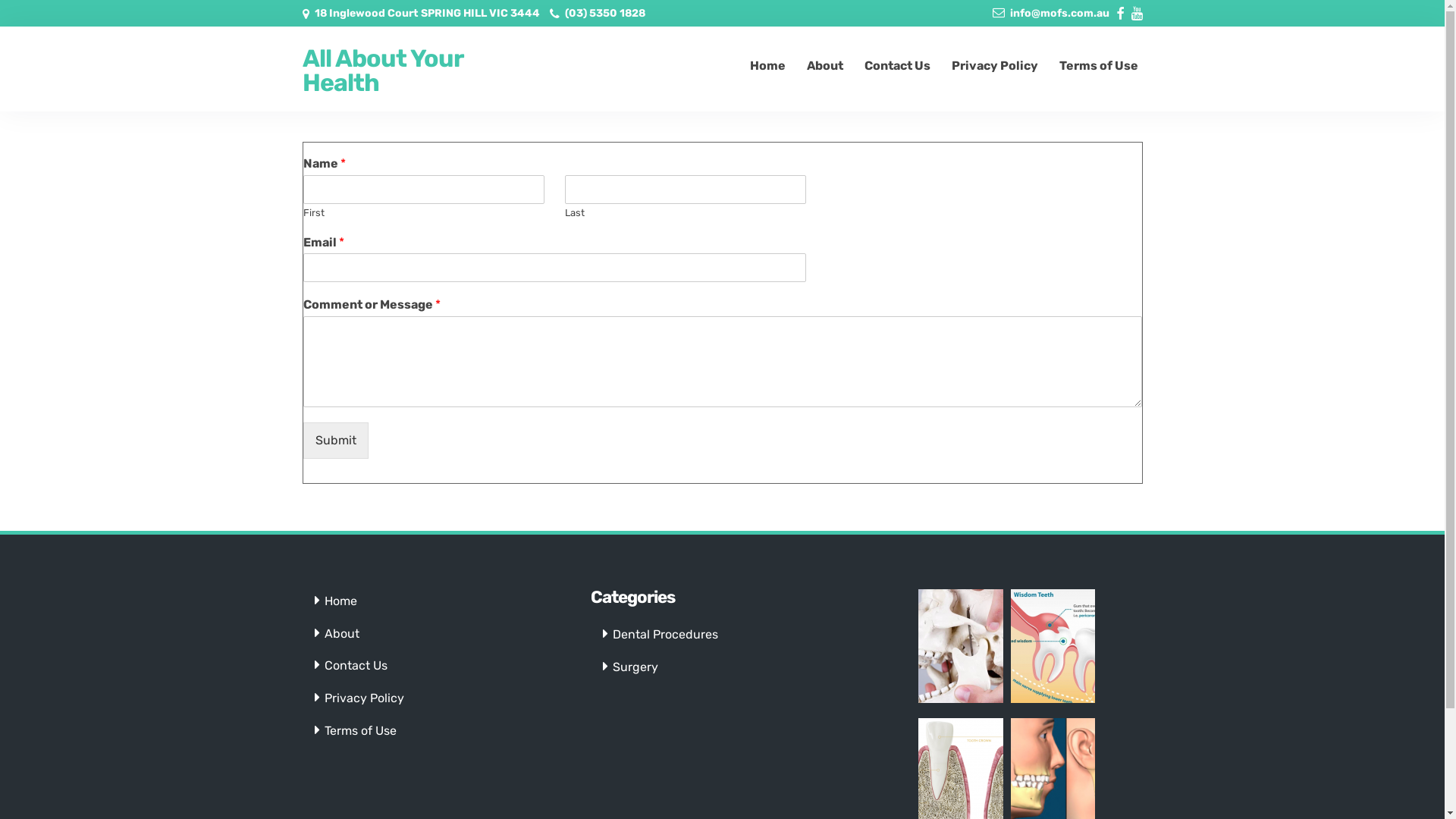  Describe the element at coordinates (364, 698) in the screenshot. I see `'Privacy Policy'` at that location.